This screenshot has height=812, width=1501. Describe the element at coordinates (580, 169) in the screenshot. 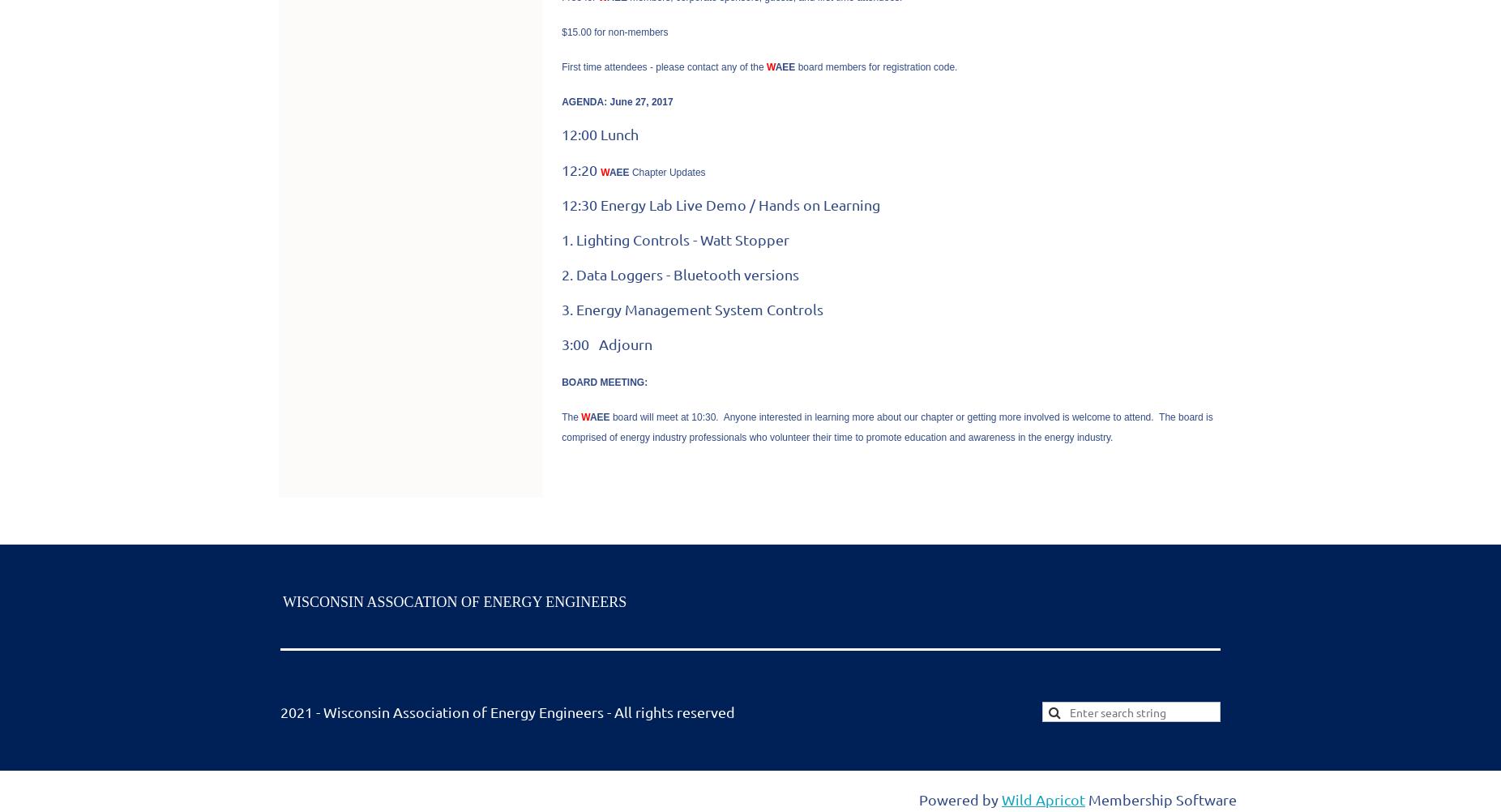

I see `'12:20'` at that location.